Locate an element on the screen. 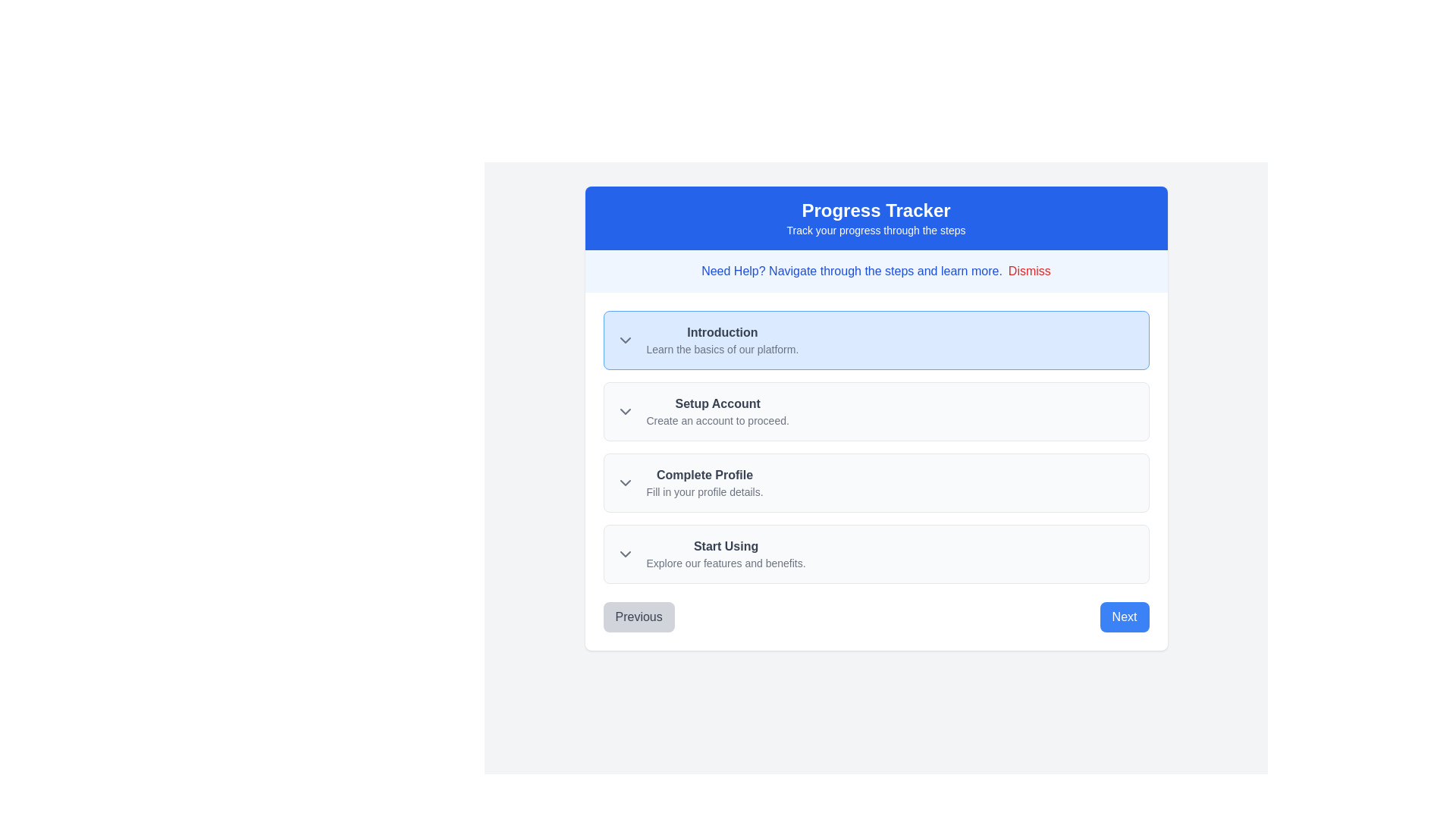  the prominent blue 'Next' button with white text is located at coordinates (1125, 617).